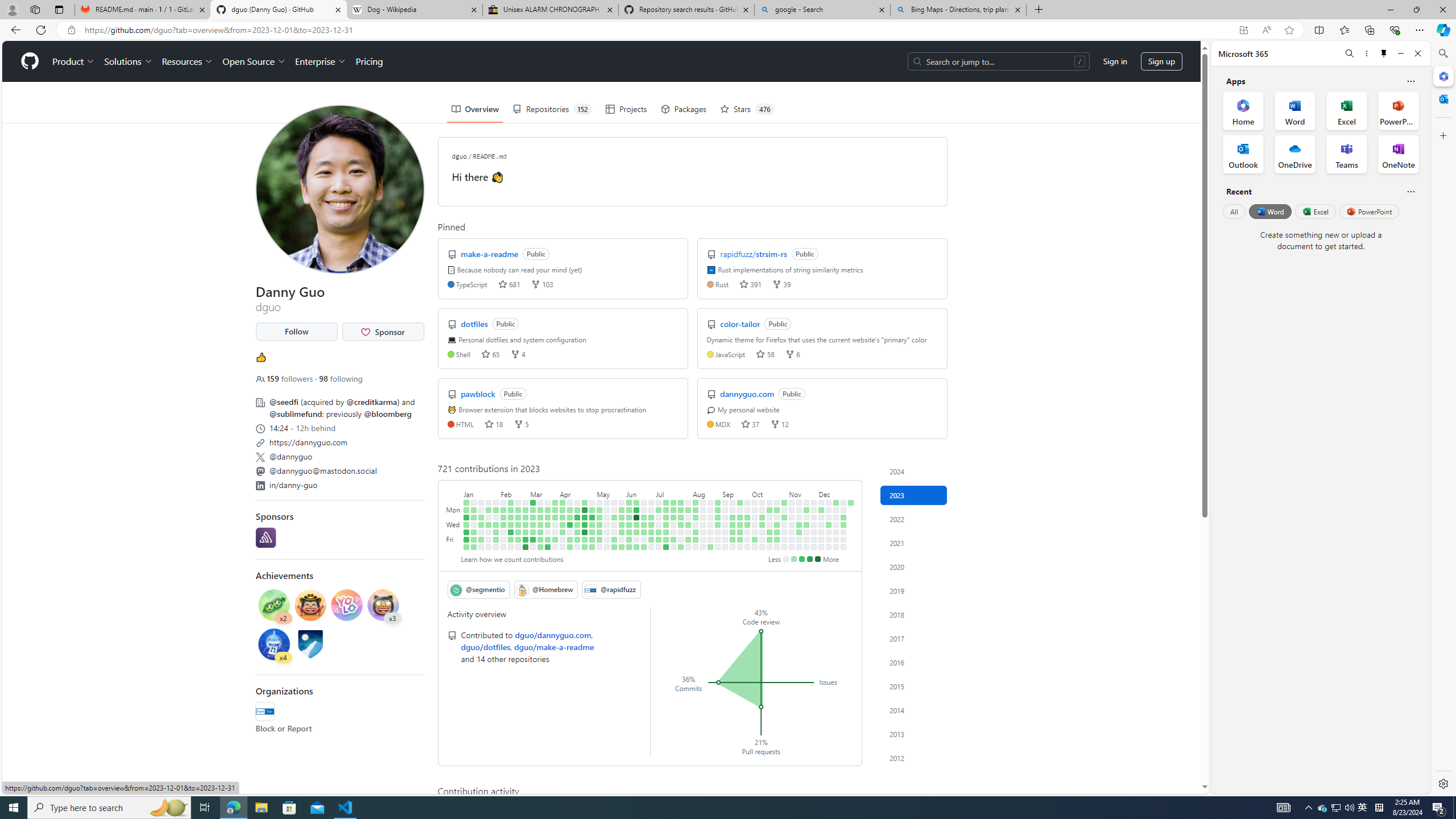  What do you see at coordinates (570, 502) in the screenshot?
I see `'No contributions on April 9th.'` at bounding box center [570, 502].